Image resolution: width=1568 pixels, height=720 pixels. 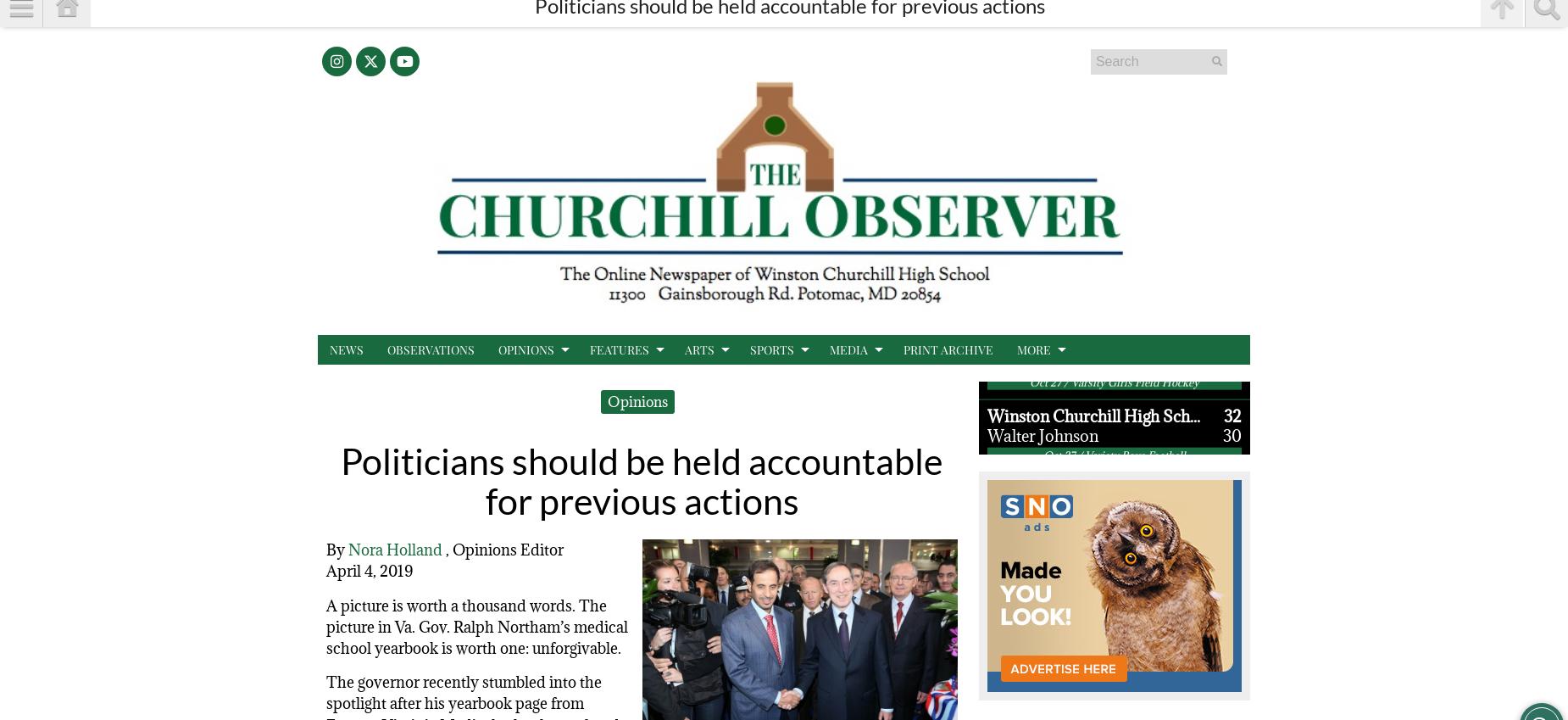 I want to click on 'Politicians should be held accountable for previous actions', so click(x=642, y=480).